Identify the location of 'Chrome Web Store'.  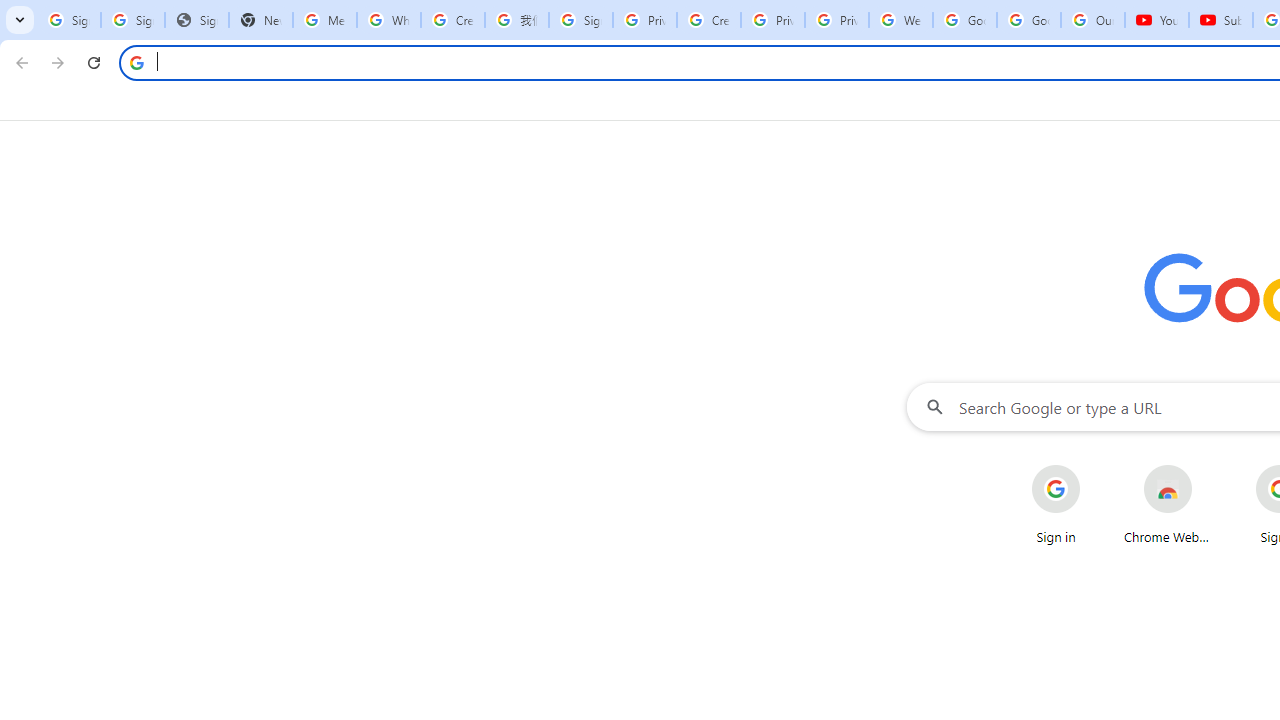
(1168, 504).